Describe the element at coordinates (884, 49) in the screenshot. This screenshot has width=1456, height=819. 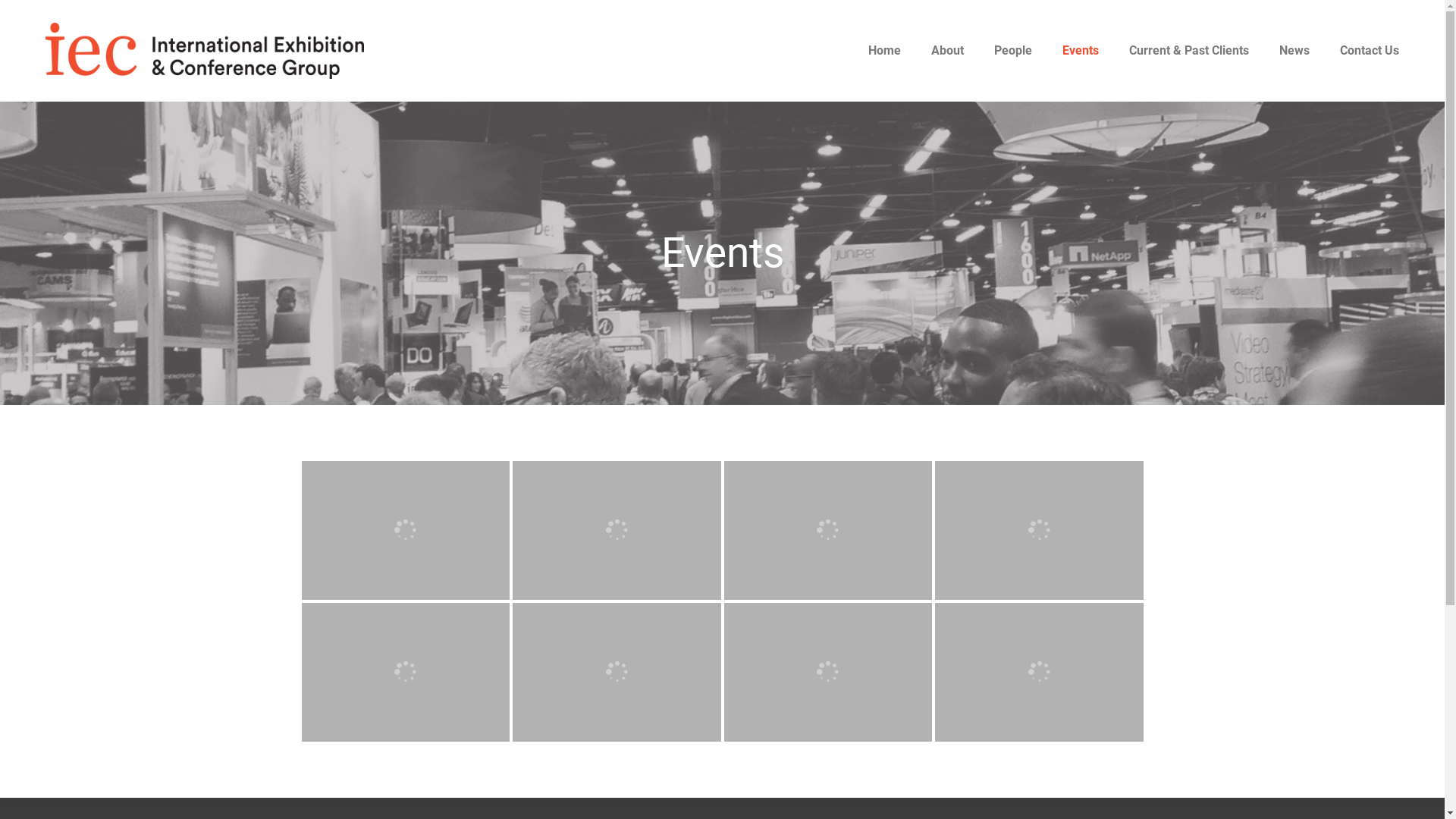
I see `'Home'` at that location.